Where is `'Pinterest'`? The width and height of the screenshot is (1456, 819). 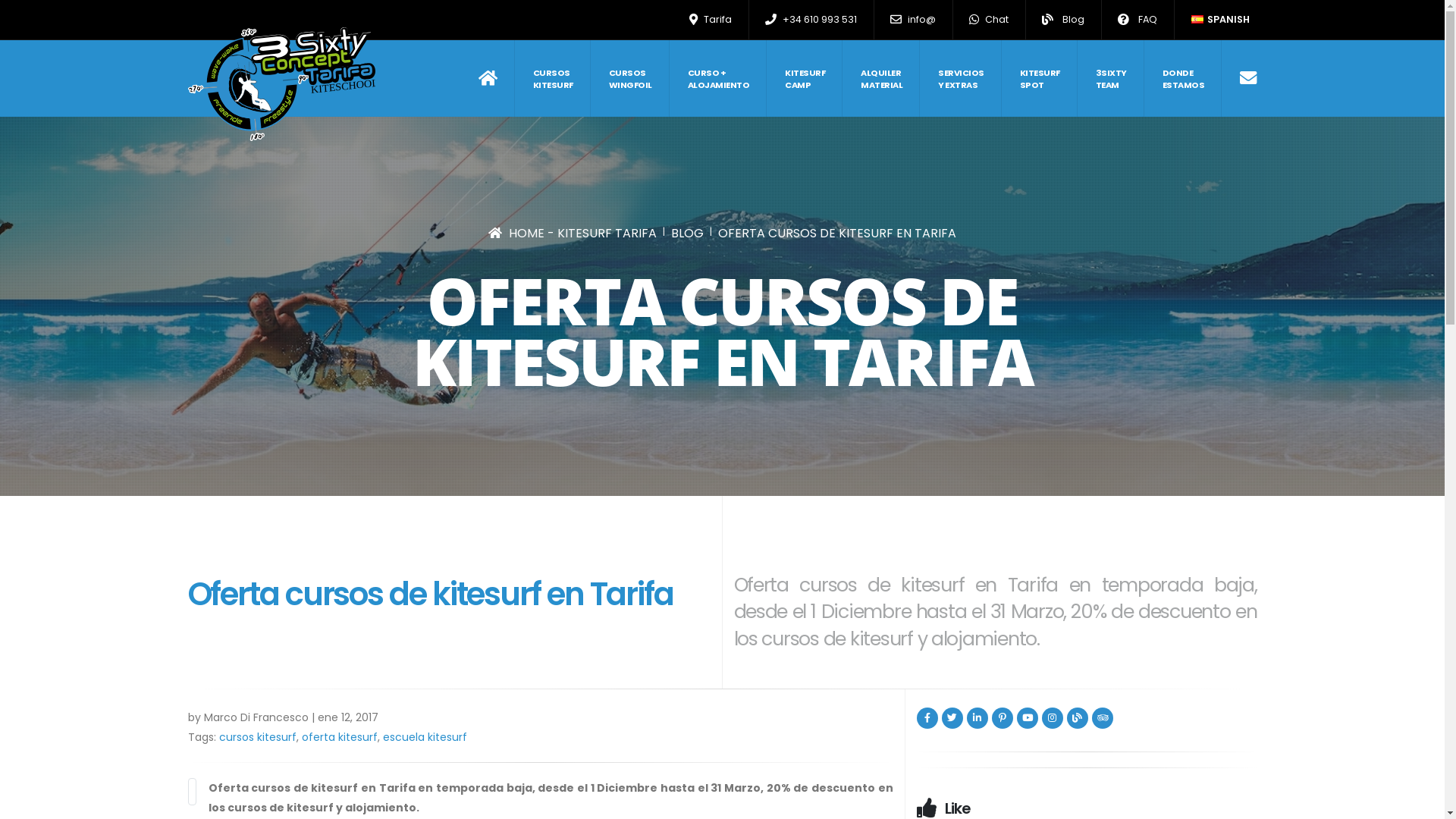
'Pinterest' is located at coordinates (1002, 717).